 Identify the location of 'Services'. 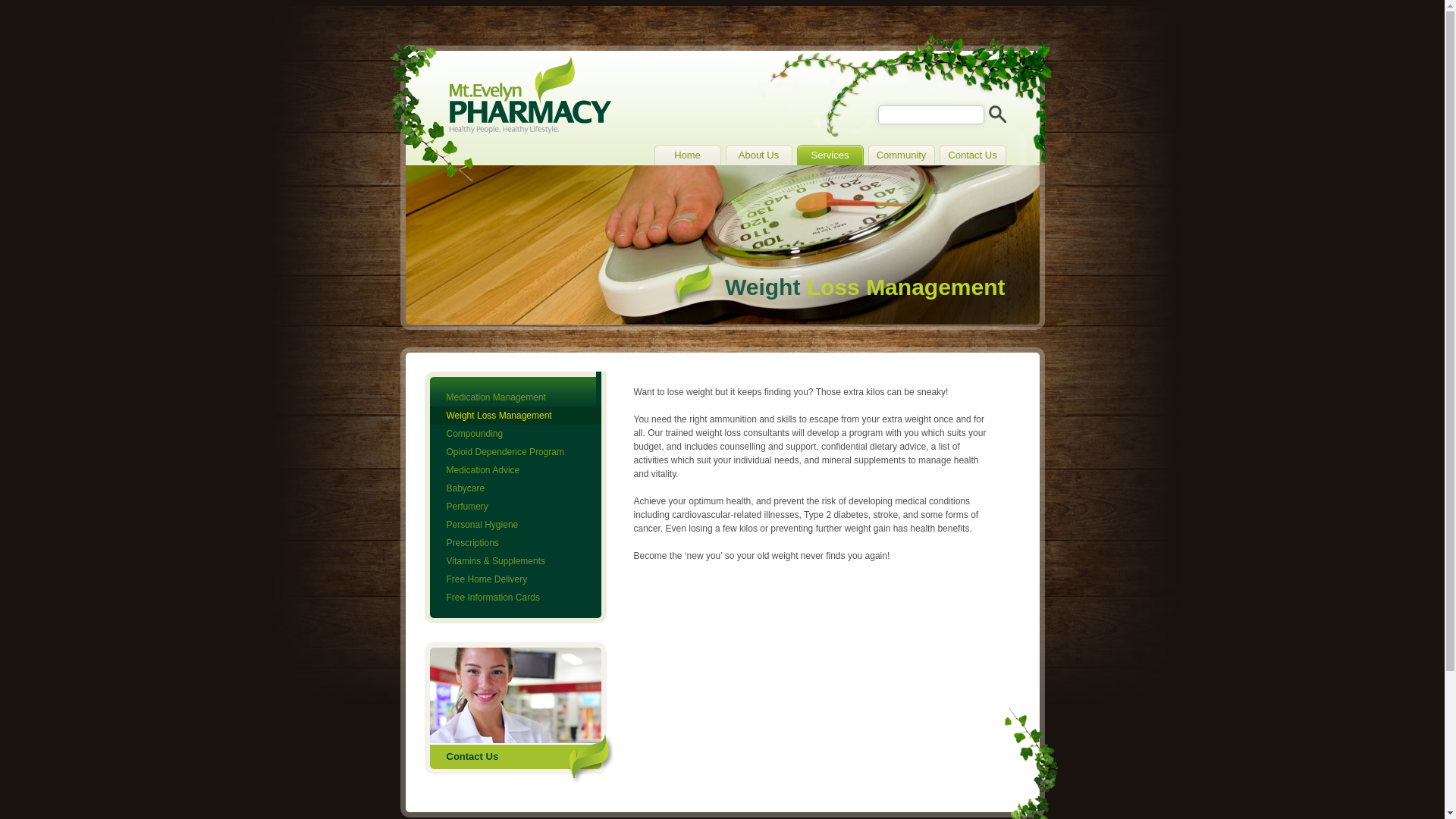
(829, 155).